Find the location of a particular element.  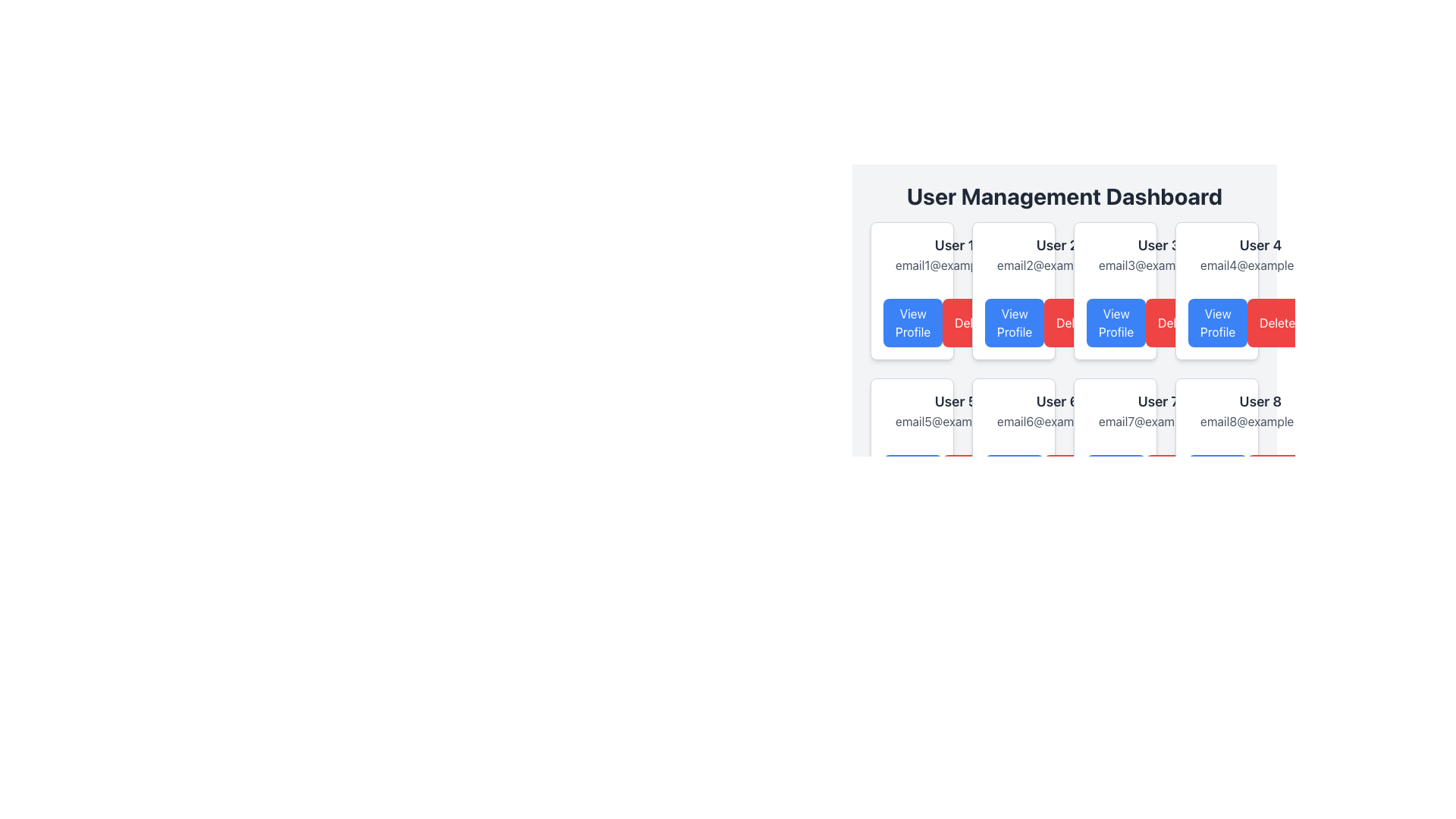

the 'Delete' button, which is a rectangular button with rounded edges and a bright red background is located at coordinates (1073, 322).